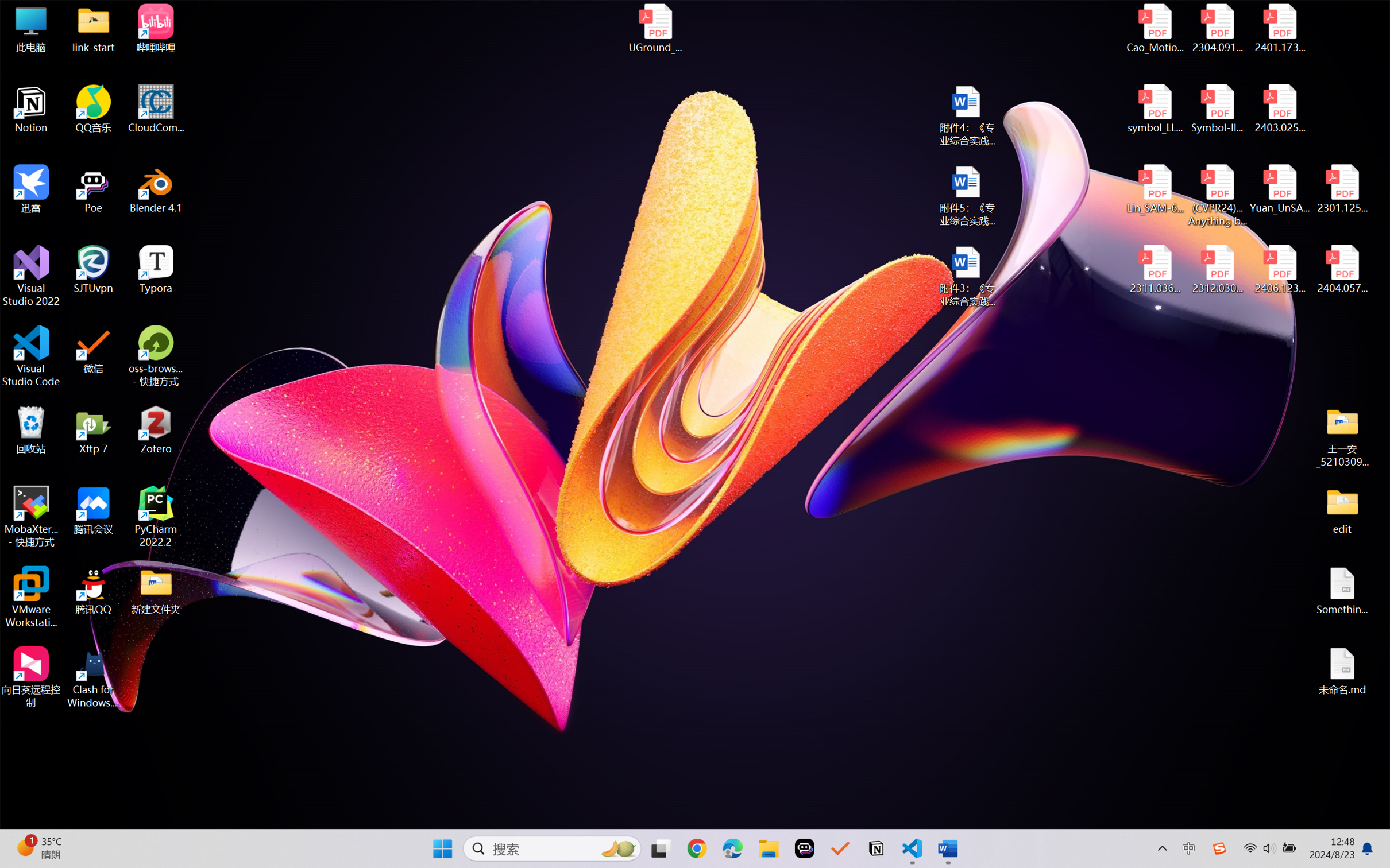 This screenshot has width=1390, height=868. Describe the element at coordinates (1155, 109) in the screenshot. I see `'symbol_LLM.pdf'` at that location.